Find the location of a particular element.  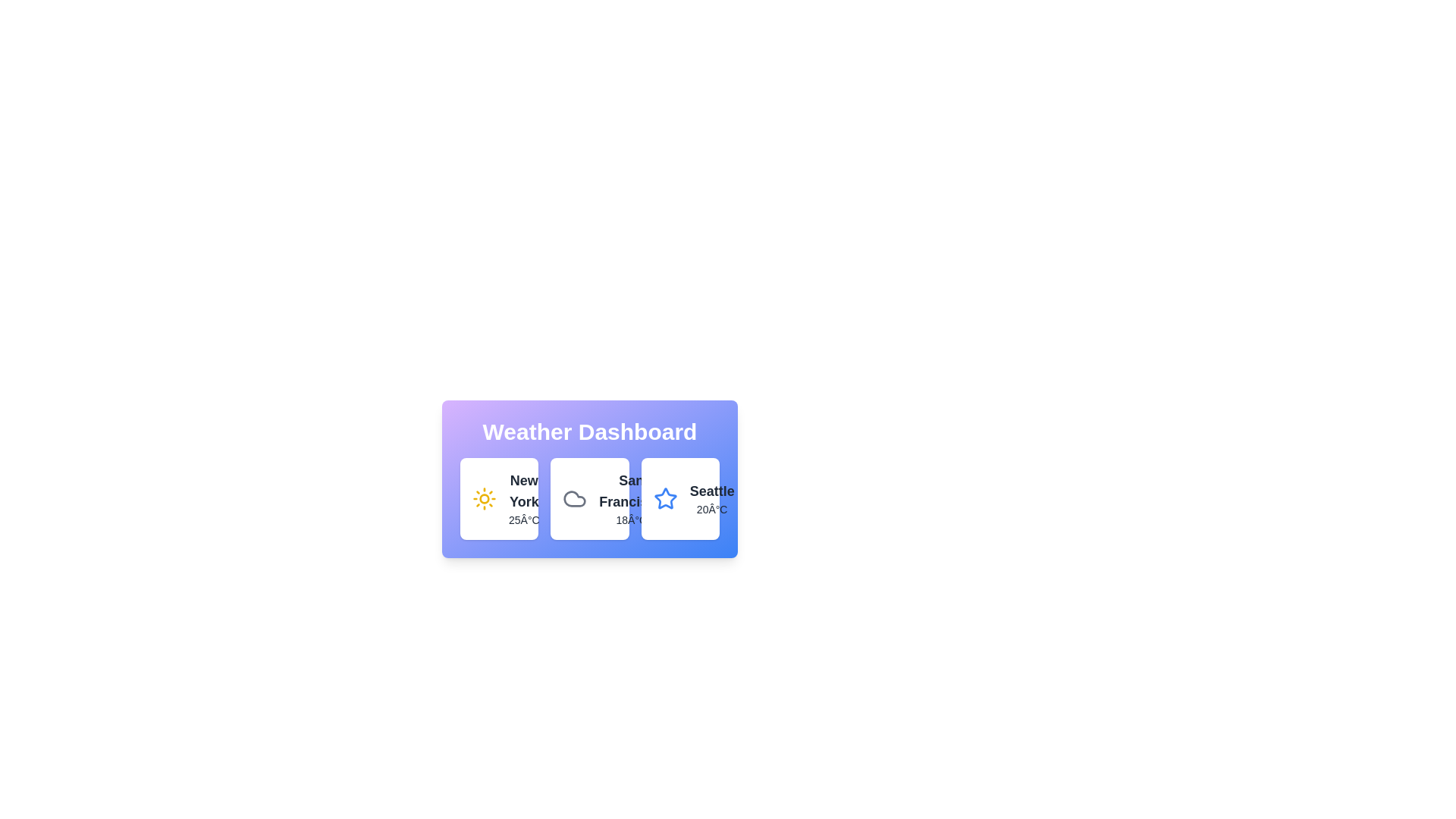

the contents of the Information card displaying 'Seattle' with a blue star icon on the left, located in the bottom-right region of the interface is located at coordinates (679, 499).